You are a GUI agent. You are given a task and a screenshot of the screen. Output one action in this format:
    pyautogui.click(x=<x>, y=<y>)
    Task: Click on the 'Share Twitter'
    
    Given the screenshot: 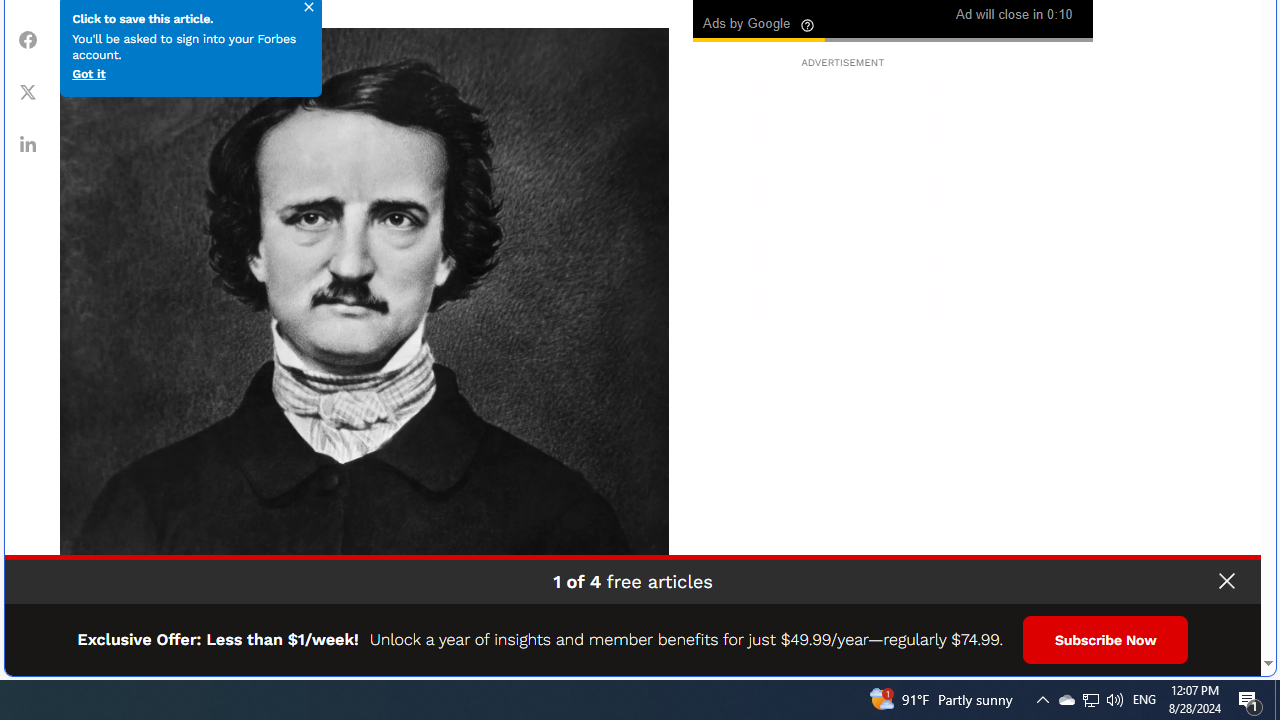 What is the action you would take?
    pyautogui.click(x=28, y=91)
    